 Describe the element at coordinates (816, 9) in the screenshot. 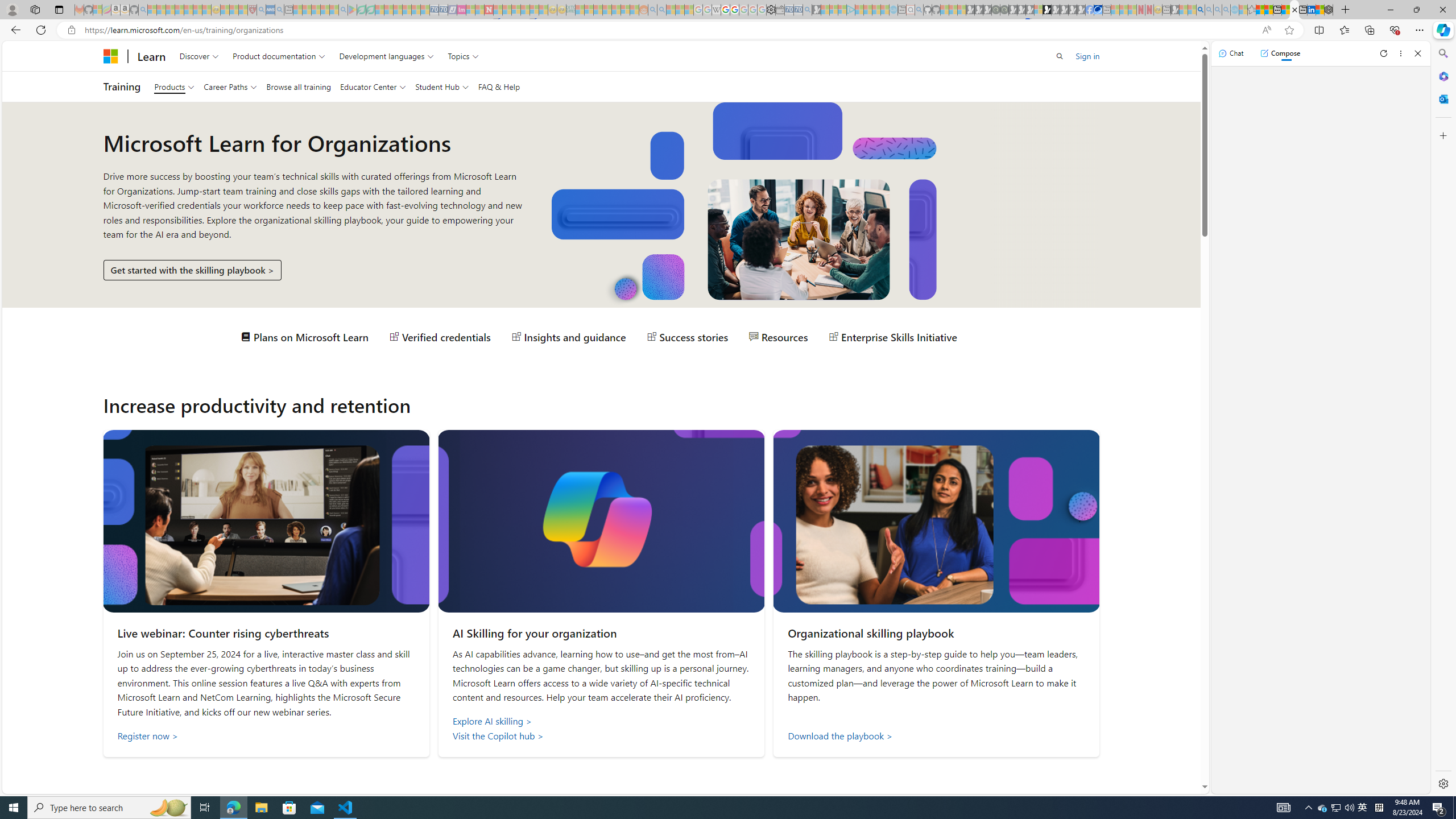

I see `'Microsoft Start Gaming - Sleeping'` at that location.